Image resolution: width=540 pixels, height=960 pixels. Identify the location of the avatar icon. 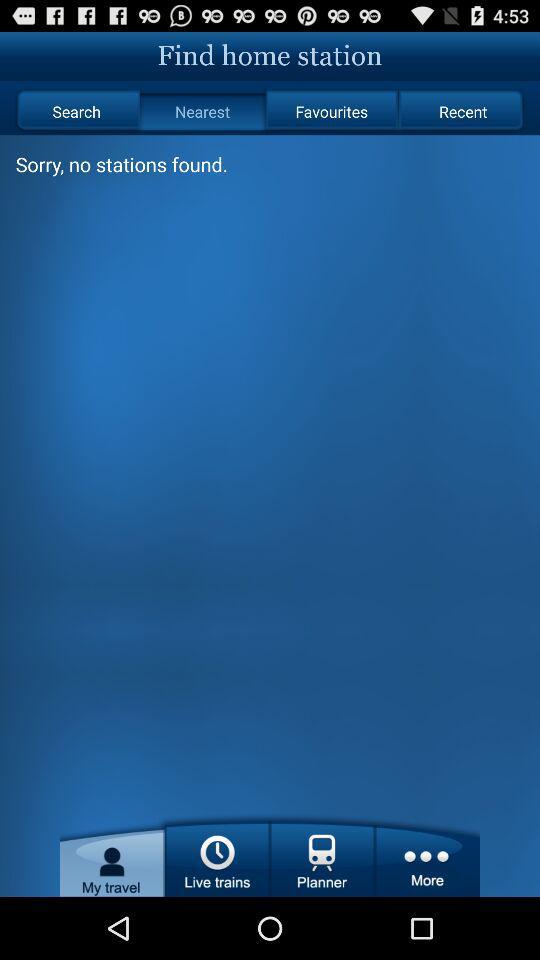
(112, 914).